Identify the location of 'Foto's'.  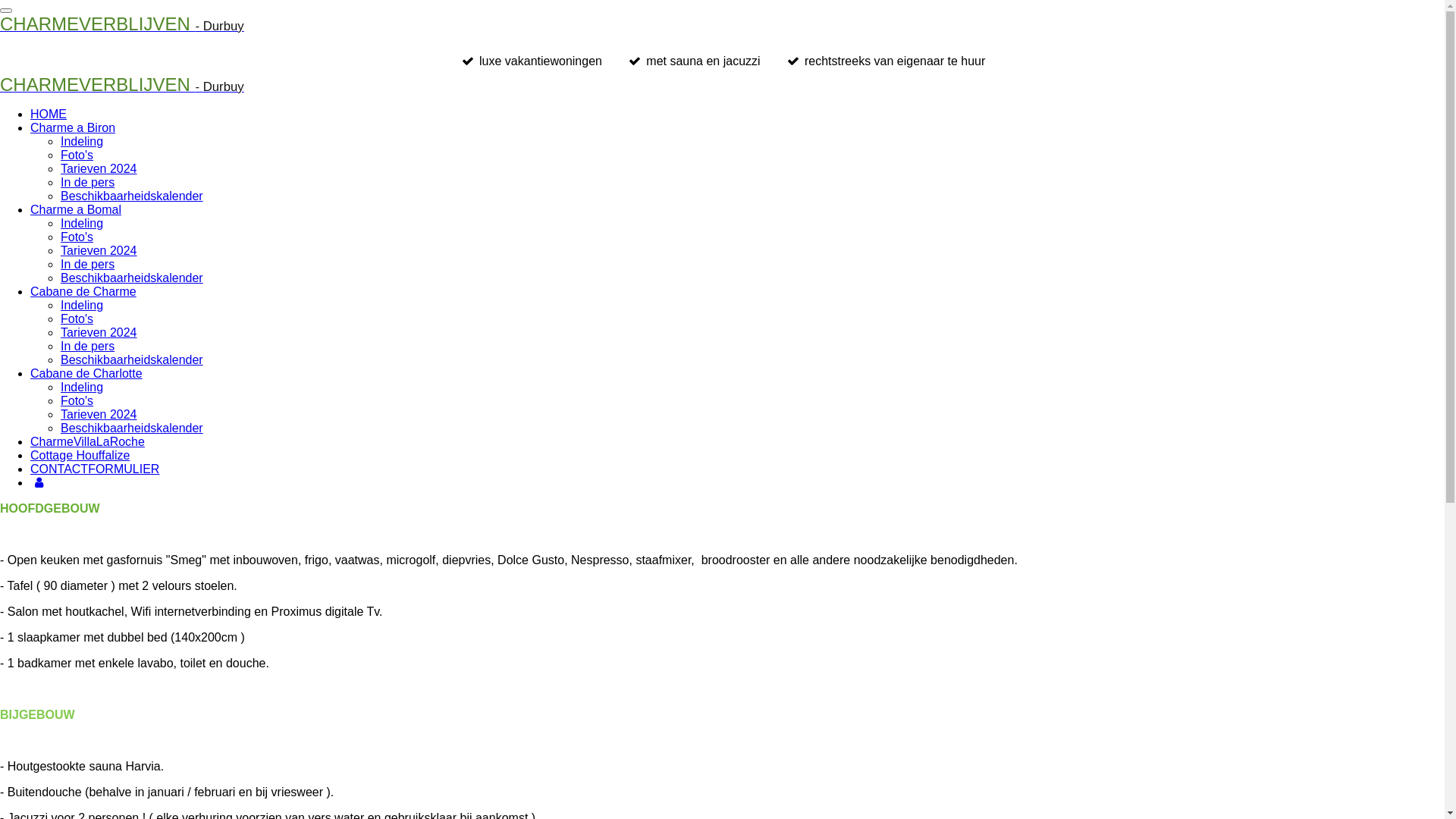
(61, 400).